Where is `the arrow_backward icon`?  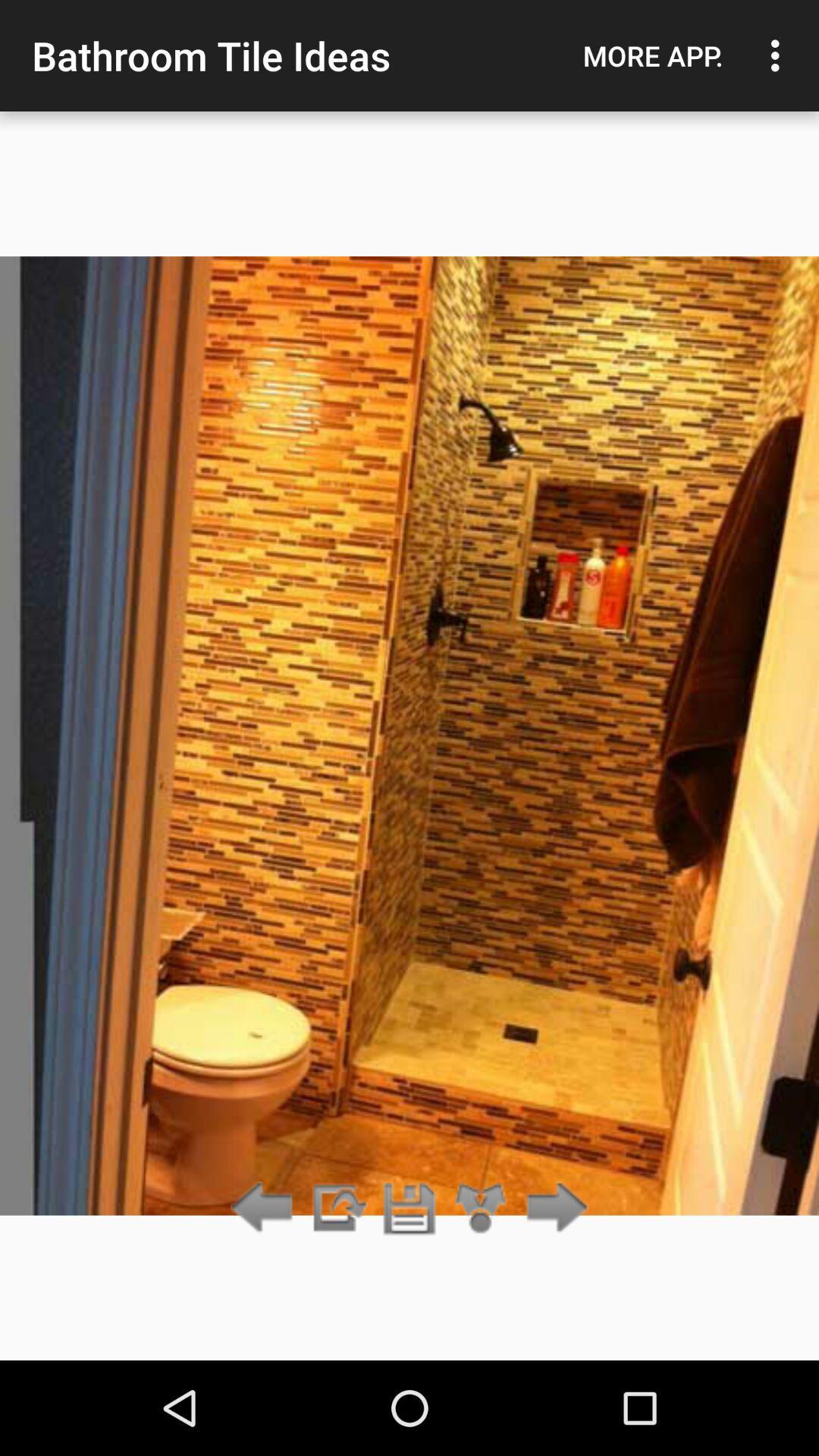 the arrow_backward icon is located at coordinates (265, 1208).